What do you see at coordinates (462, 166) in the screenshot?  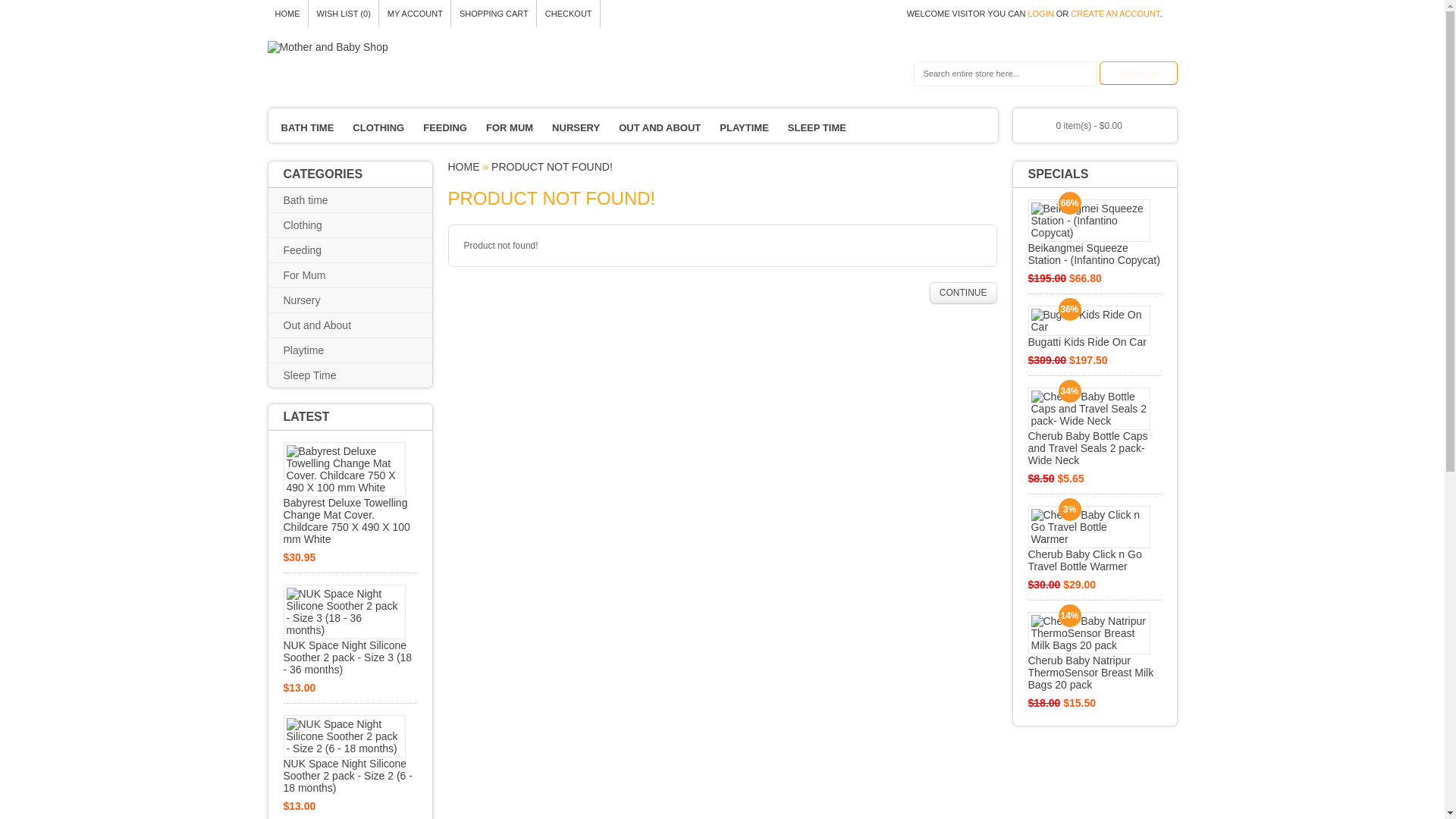 I see `'HOME'` at bounding box center [462, 166].